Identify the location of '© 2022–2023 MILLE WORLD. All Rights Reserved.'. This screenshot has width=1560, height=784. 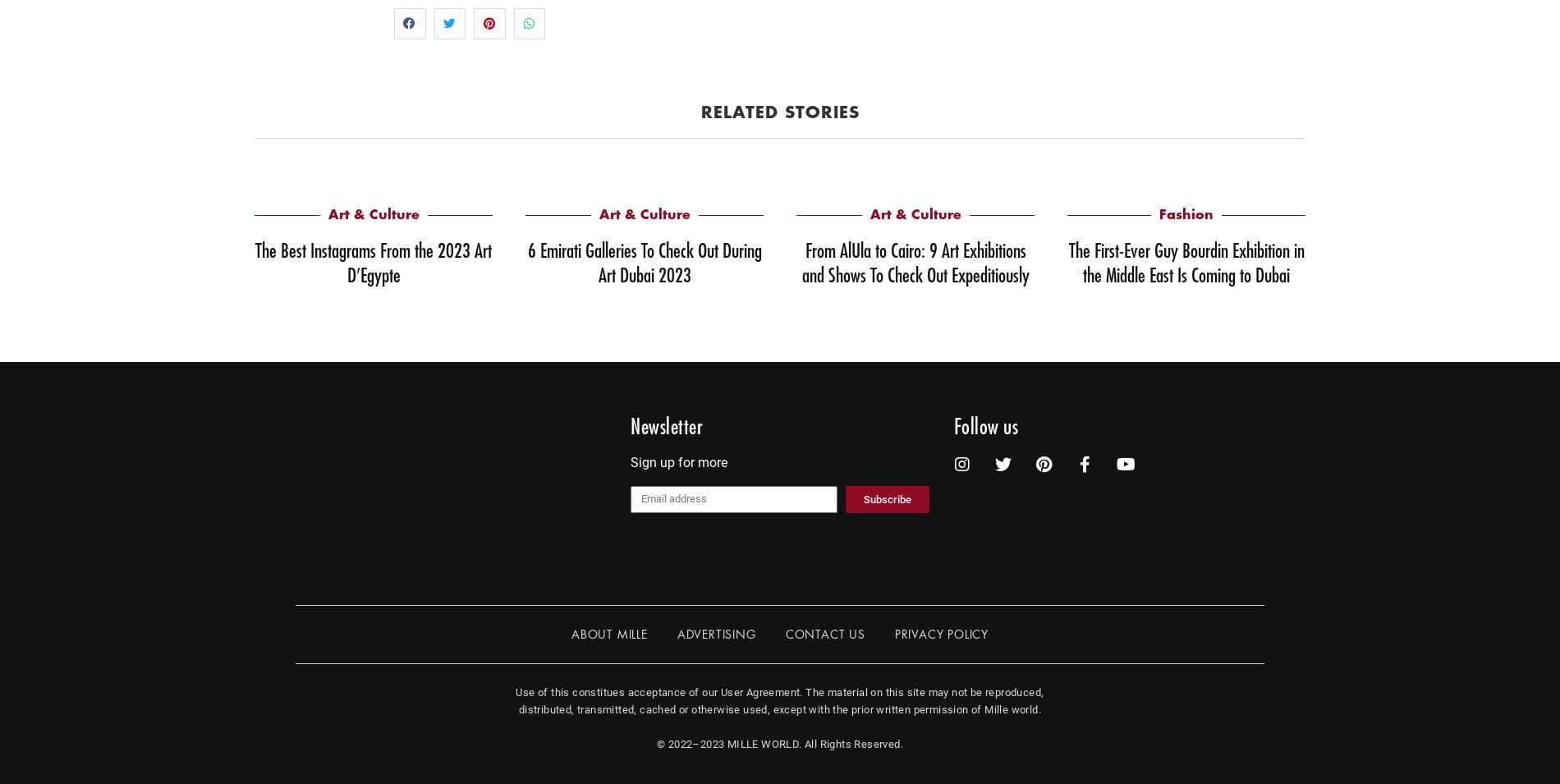
(780, 743).